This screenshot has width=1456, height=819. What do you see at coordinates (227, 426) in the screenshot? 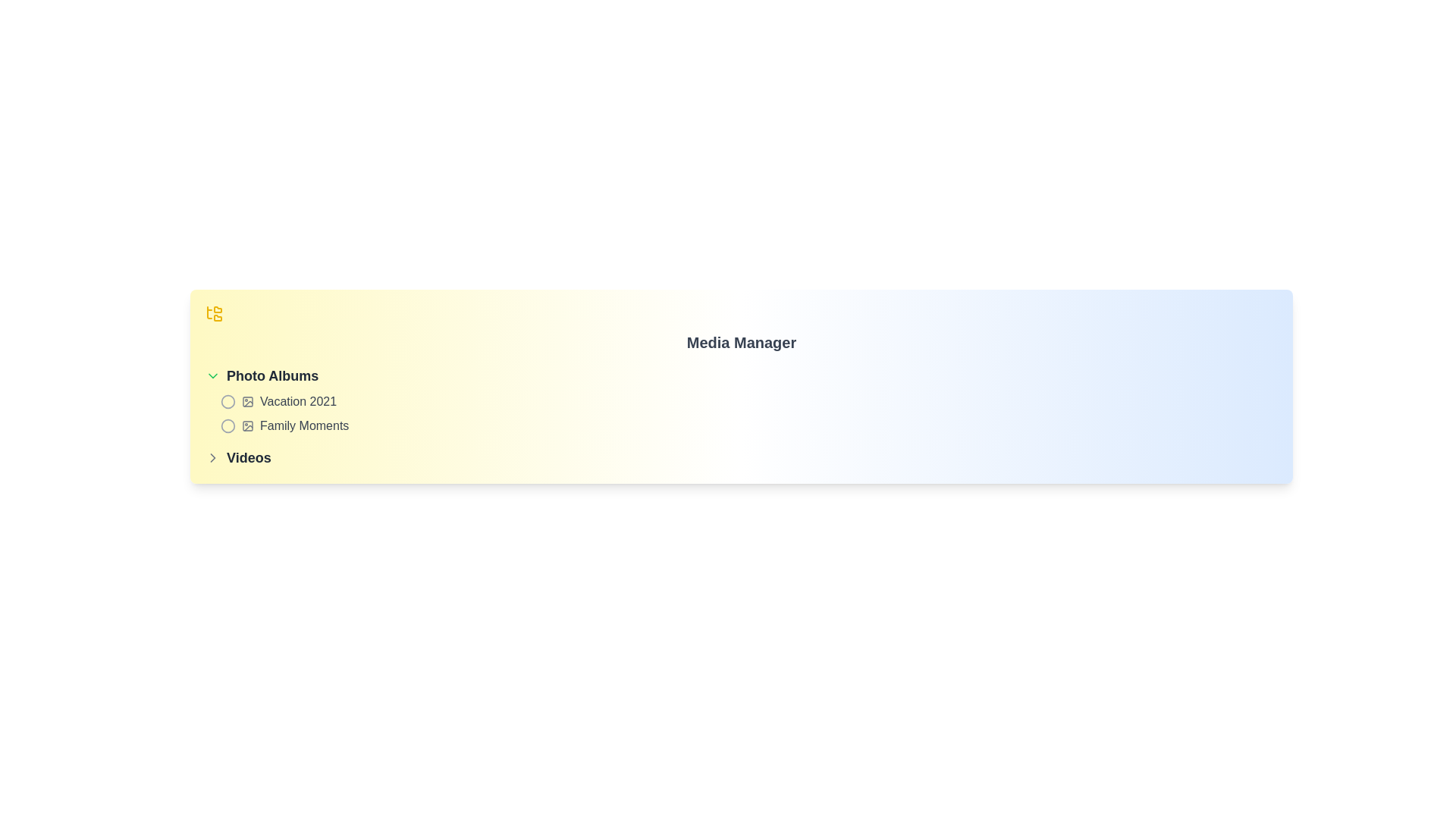
I see `the radio button labeled 'Family Moments'` at bounding box center [227, 426].